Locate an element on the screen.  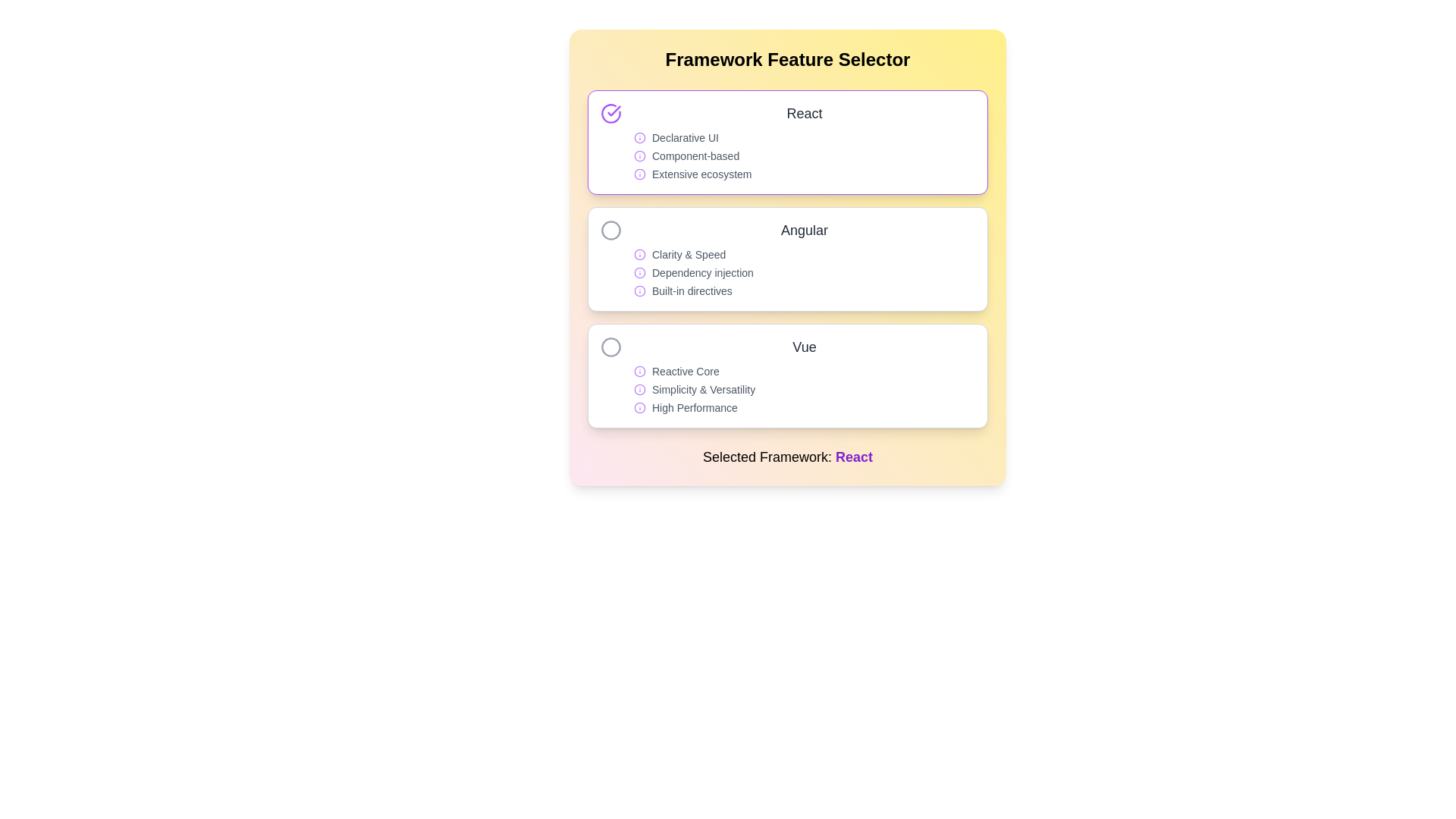
the 'Angular' radio button to potentially trigger hover effects is located at coordinates (611, 231).